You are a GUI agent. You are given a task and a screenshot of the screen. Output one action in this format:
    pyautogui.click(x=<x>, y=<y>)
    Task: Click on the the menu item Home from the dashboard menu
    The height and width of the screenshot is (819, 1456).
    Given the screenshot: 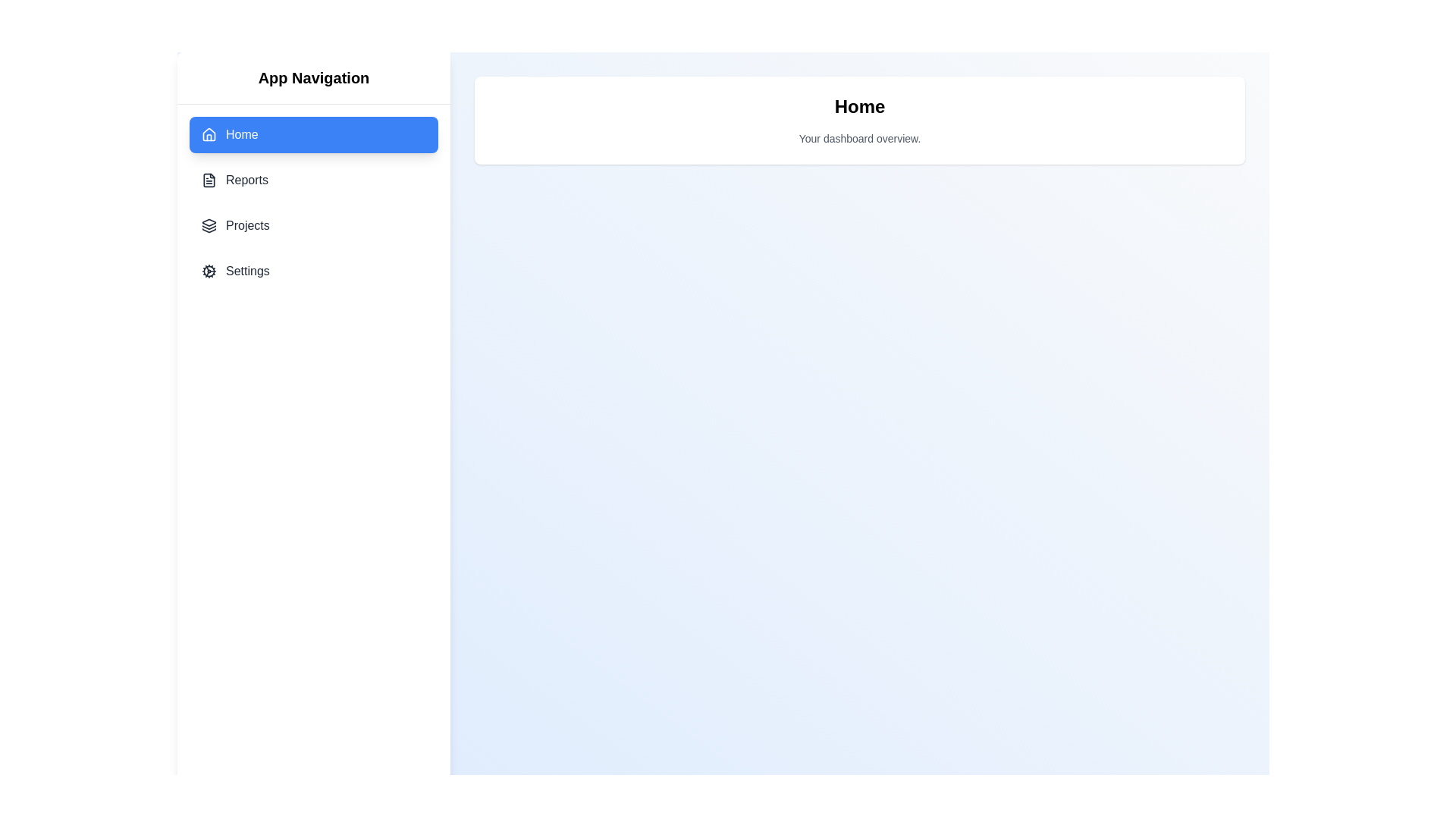 What is the action you would take?
    pyautogui.click(x=312, y=133)
    